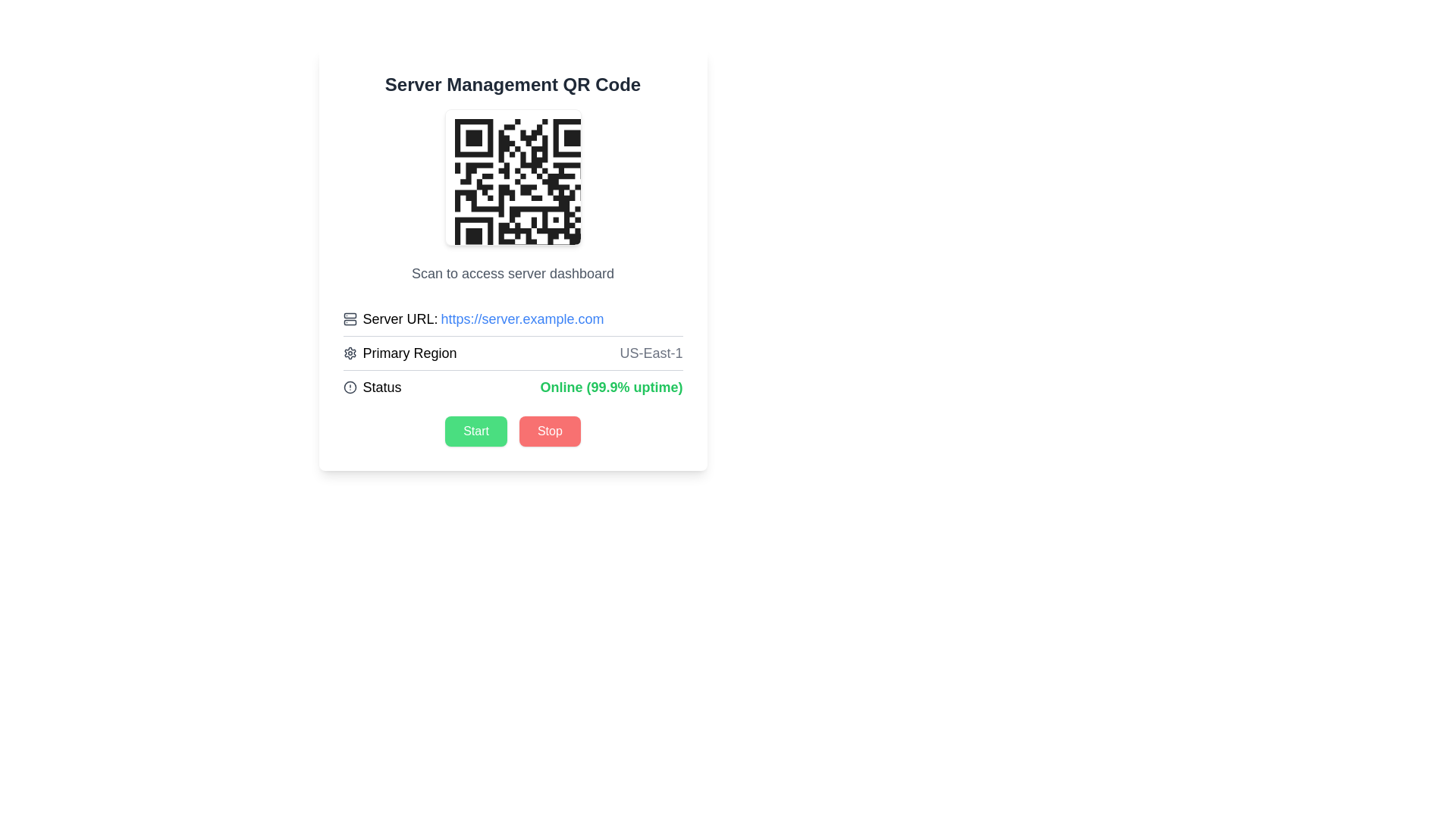 This screenshot has width=1456, height=819. What do you see at coordinates (349, 318) in the screenshot?
I see `the server icon, which is a gray minimalist outline design resembling server racks, located to the left of the 'Server URL: https://server.example.com' text` at bounding box center [349, 318].